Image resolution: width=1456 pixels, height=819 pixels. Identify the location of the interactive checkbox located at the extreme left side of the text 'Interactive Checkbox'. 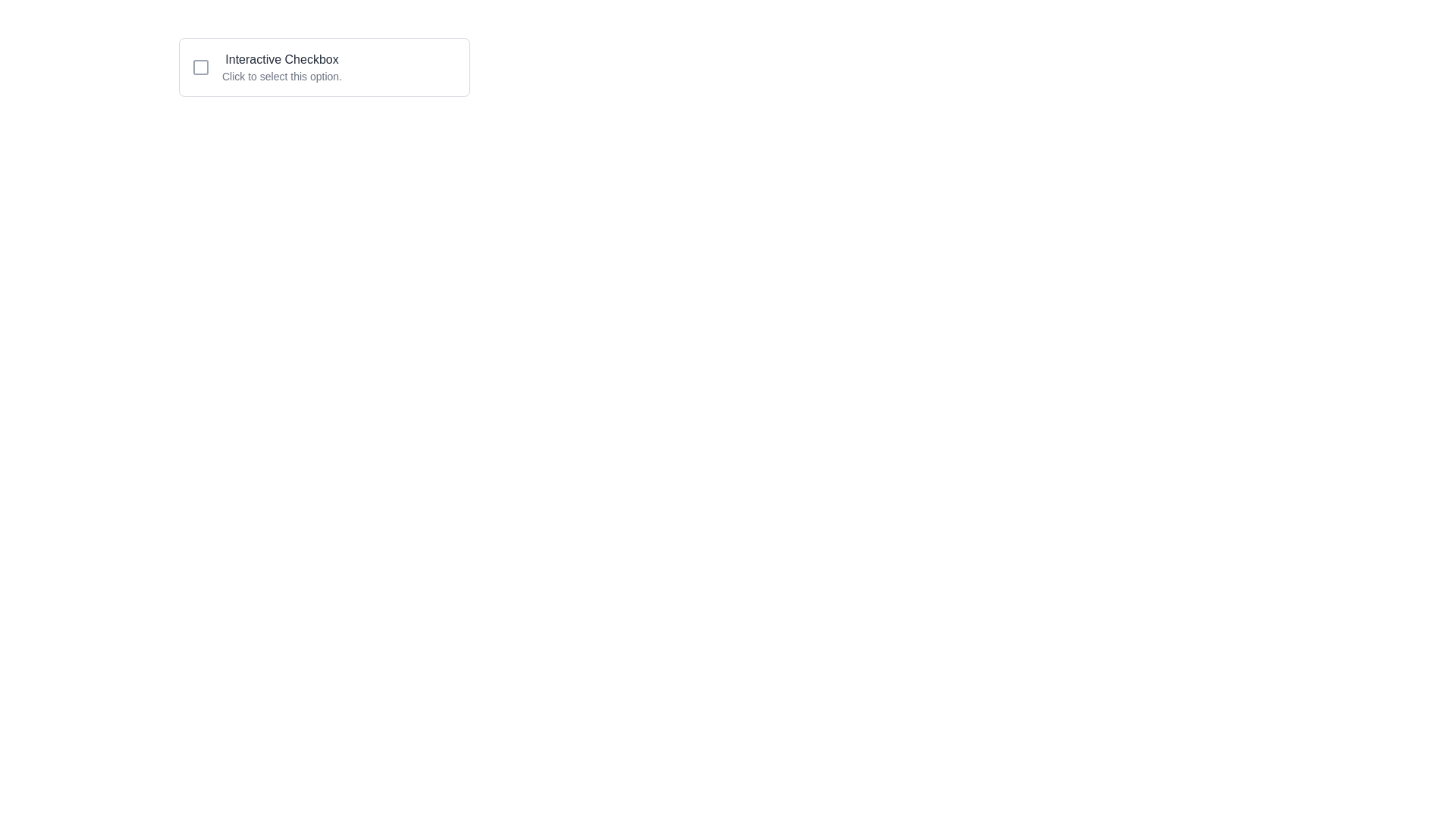
(199, 66).